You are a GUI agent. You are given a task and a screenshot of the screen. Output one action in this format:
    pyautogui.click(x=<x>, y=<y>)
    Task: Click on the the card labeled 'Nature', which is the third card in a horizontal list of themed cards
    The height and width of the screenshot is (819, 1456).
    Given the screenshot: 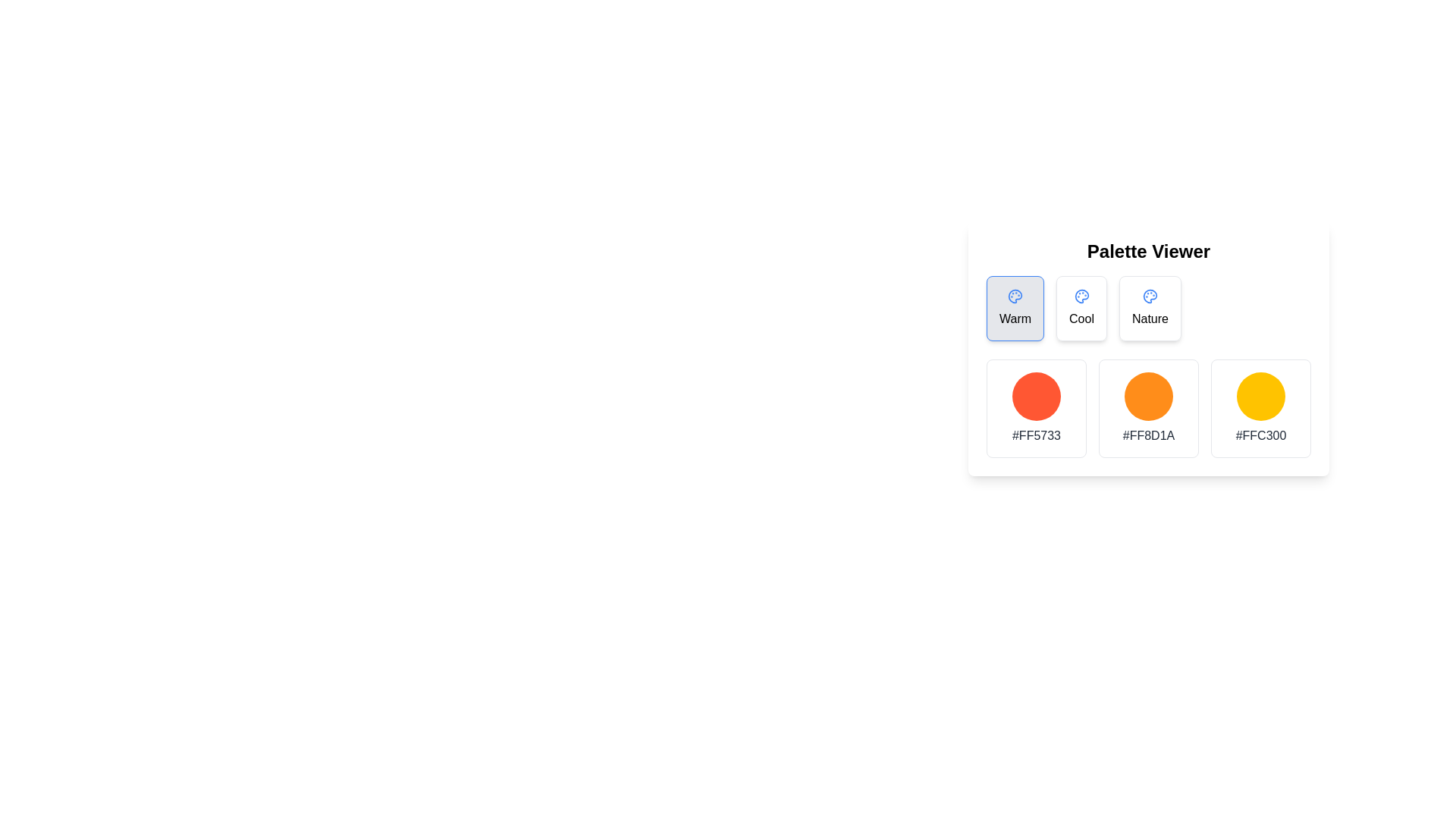 What is the action you would take?
    pyautogui.click(x=1150, y=308)
    